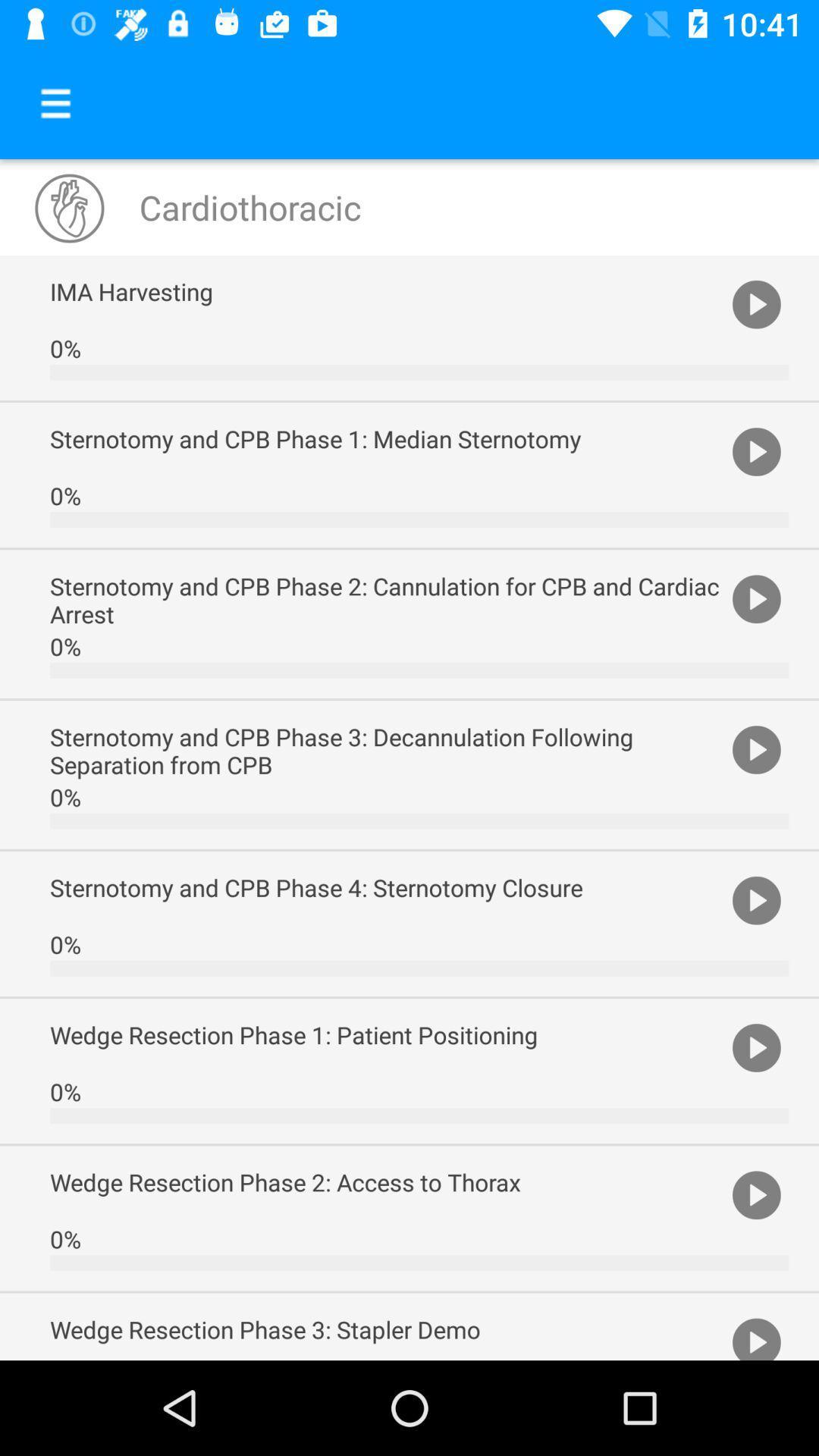 The height and width of the screenshot is (1456, 819). I want to click on the icon to the right of wedge resection phase, so click(756, 1336).